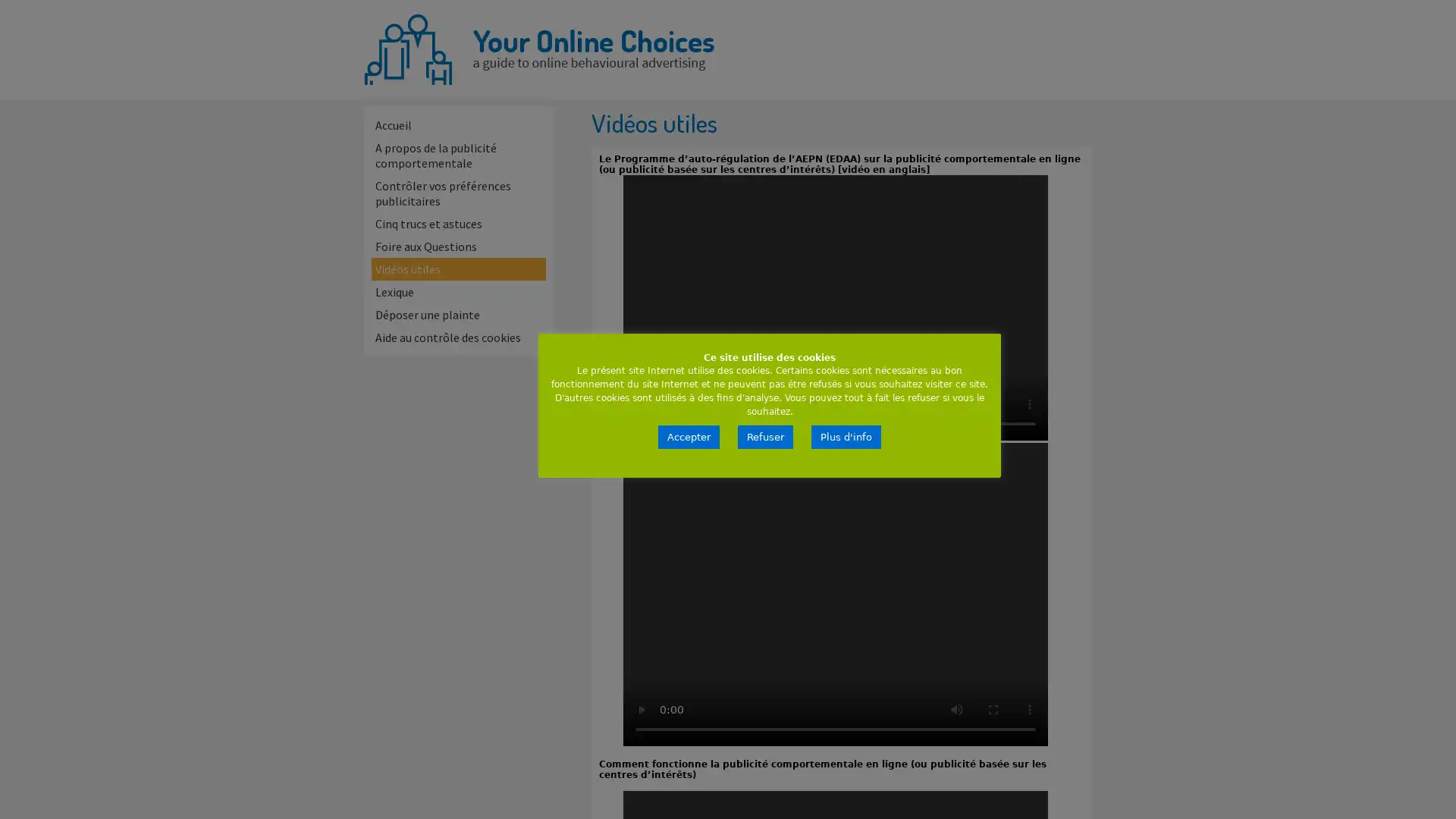 This screenshot has height=819, width=1456. I want to click on show more media controls, so click(1030, 710).